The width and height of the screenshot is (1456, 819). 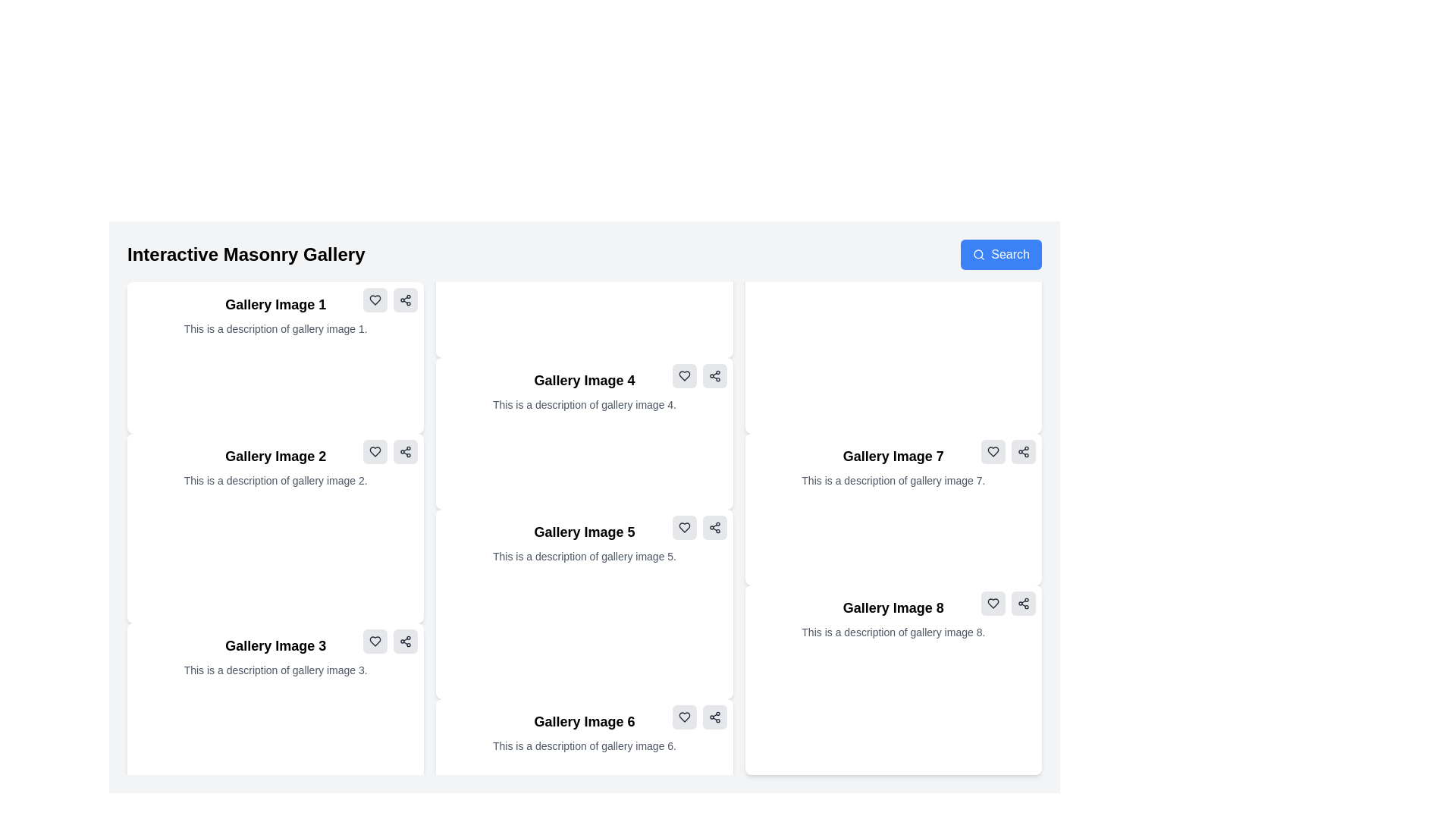 What do you see at coordinates (275, 315) in the screenshot?
I see `title 'Gallery Image 1' and the description 'This is a description of gallery image 1.' from the composite text block located in the first column and first row of the masonry gallery layout` at bounding box center [275, 315].